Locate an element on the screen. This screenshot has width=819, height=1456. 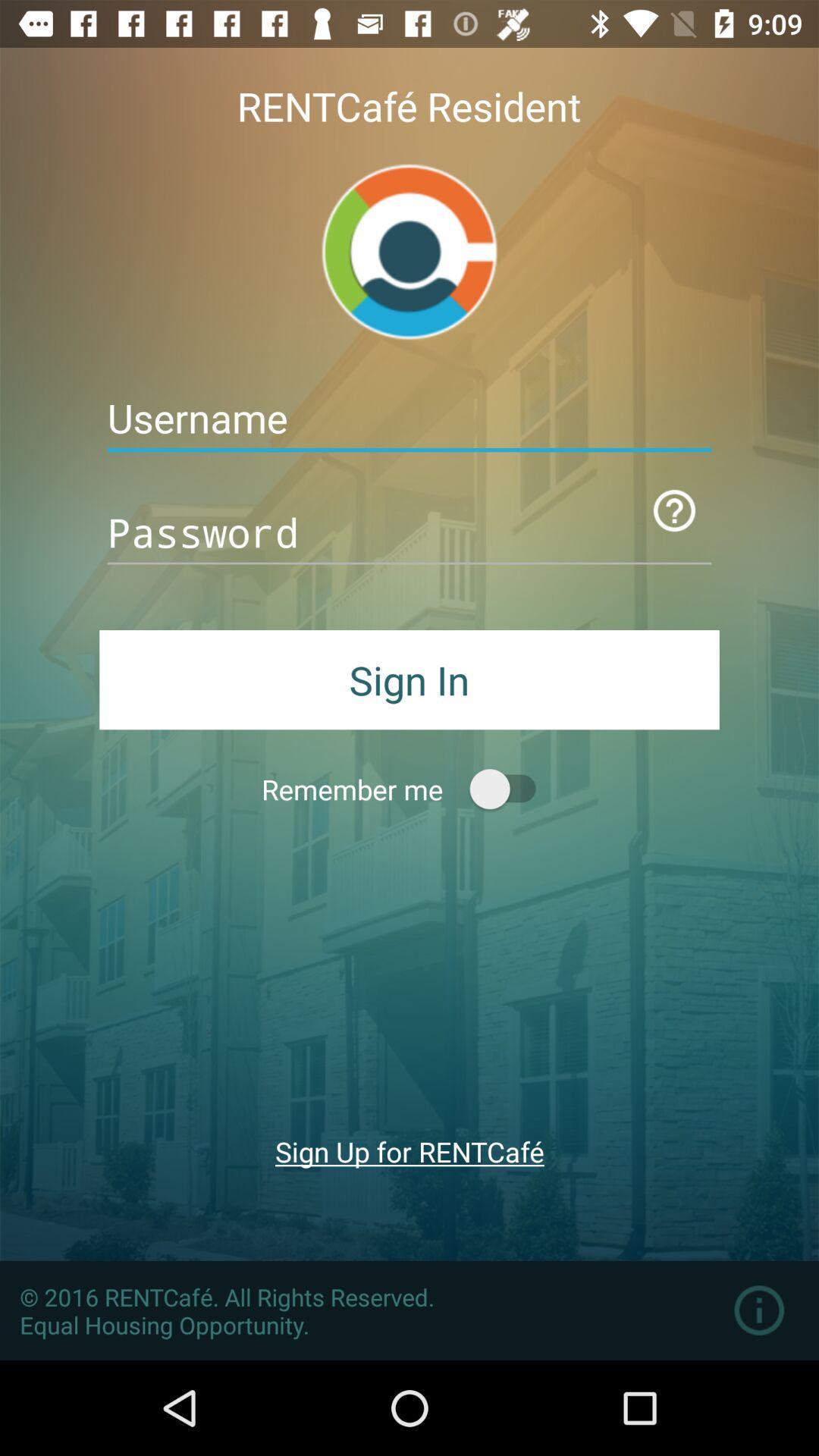
input username is located at coordinates (409, 419).